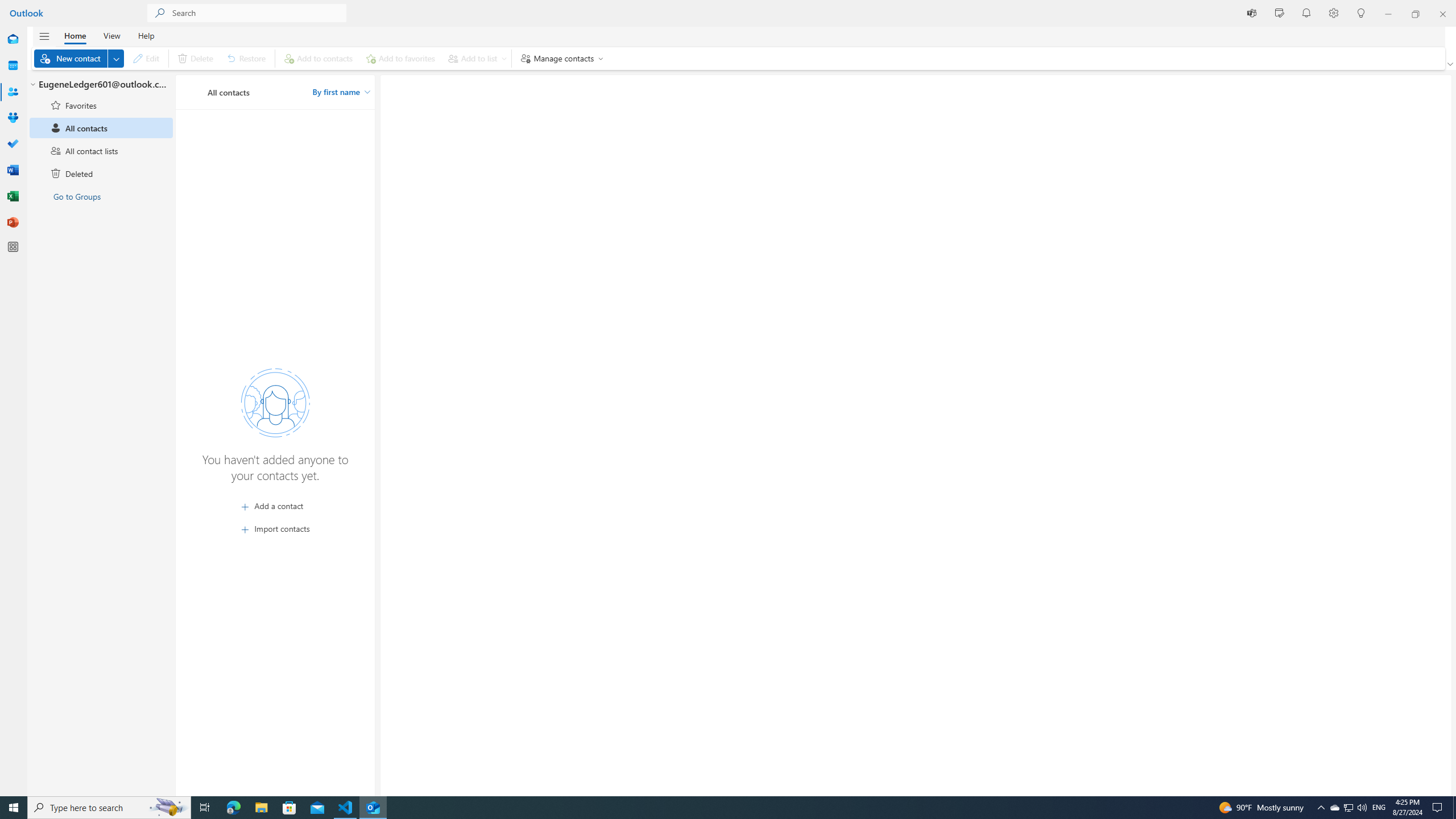 The width and height of the screenshot is (1456, 819). Describe the element at coordinates (258, 13) in the screenshot. I see `'Search'` at that location.